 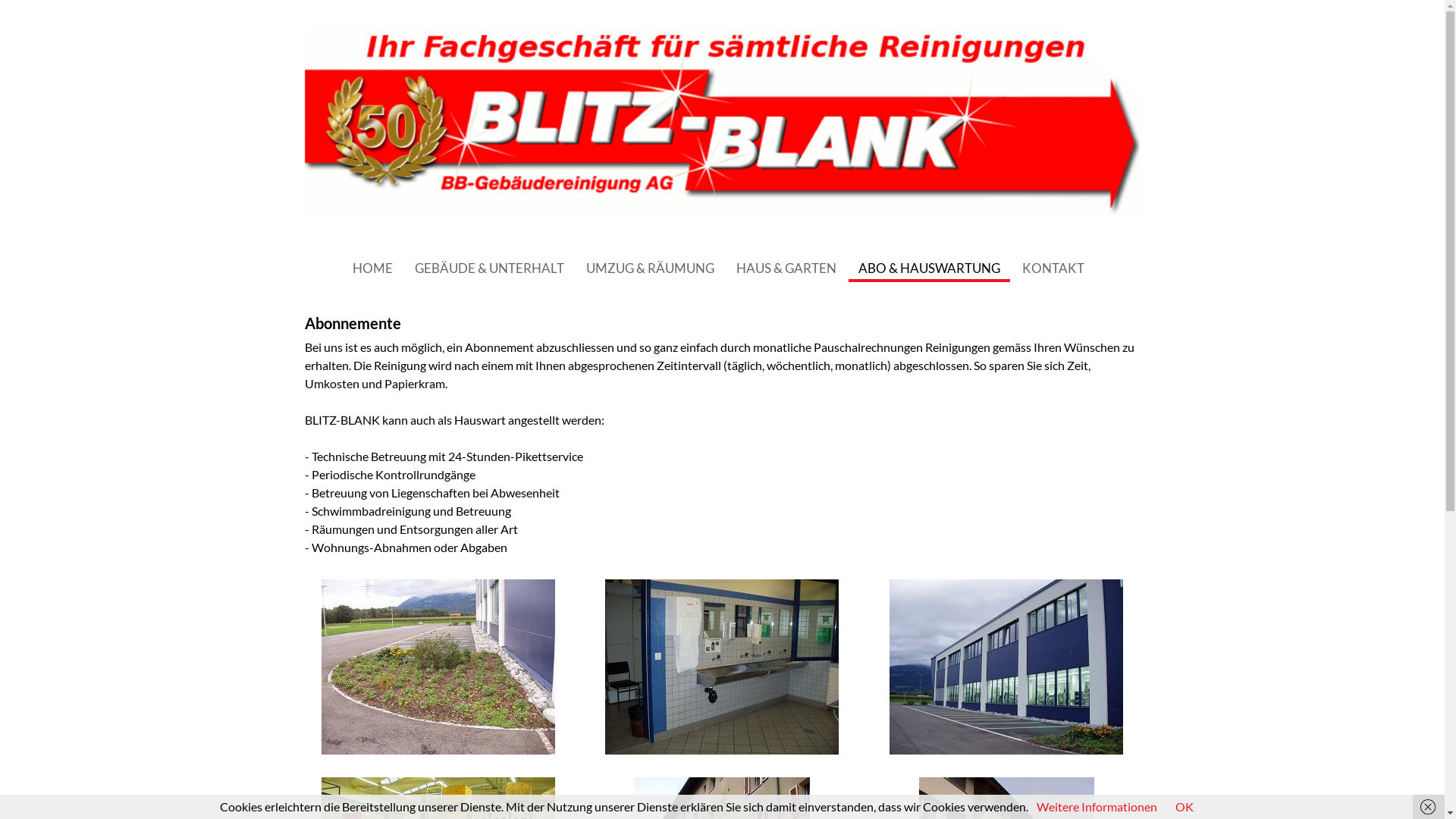 What do you see at coordinates (1052, 267) in the screenshot?
I see `'KONTAKT'` at bounding box center [1052, 267].